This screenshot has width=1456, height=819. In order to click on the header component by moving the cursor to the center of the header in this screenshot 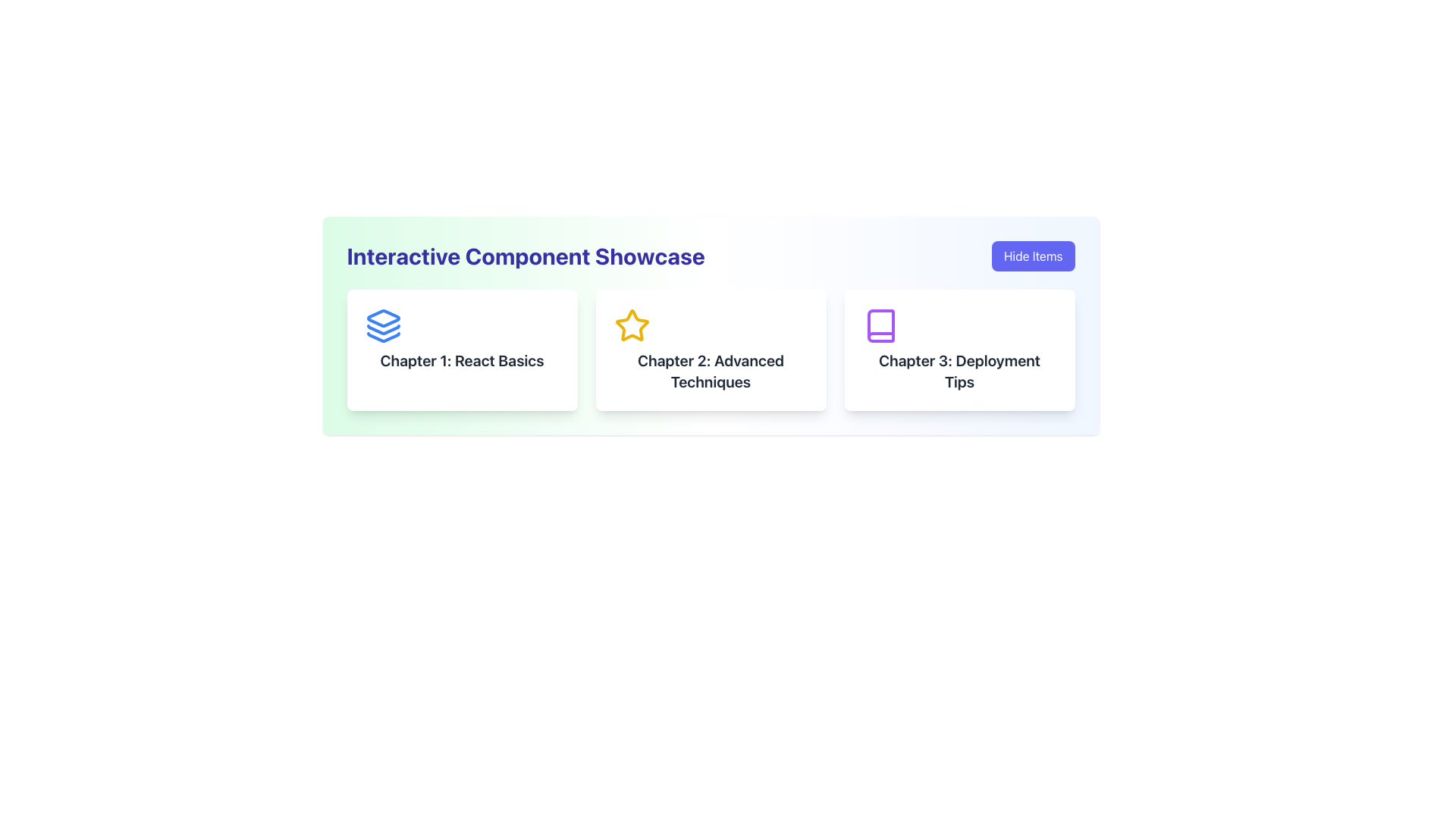, I will do `click(710, 256)`.